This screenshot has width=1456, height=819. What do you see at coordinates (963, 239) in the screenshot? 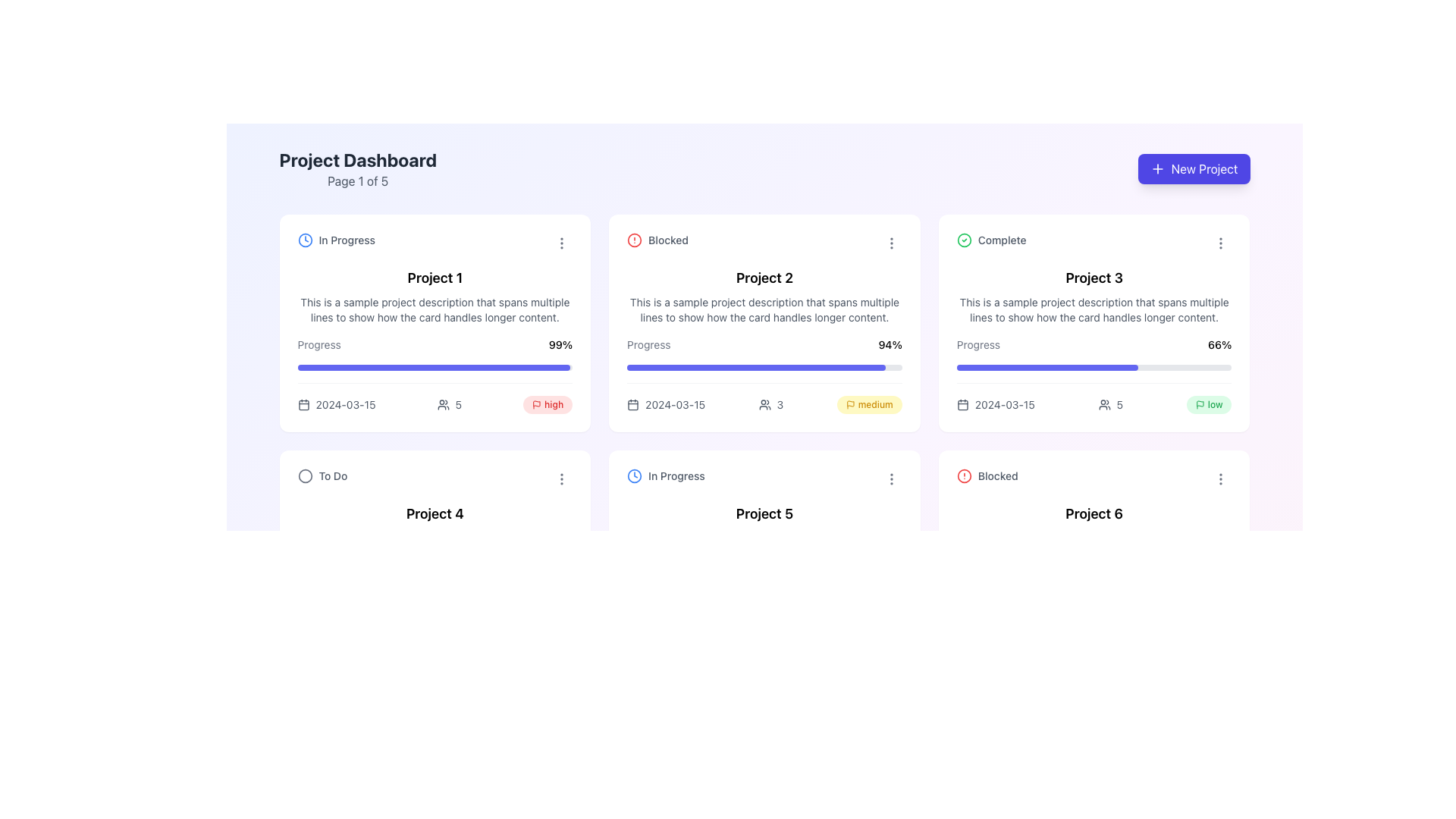
I see `'Complete' status icon for 'Project 3', located in the upper right segment of the dashboard grid layout` at bounding box center [963, 239].